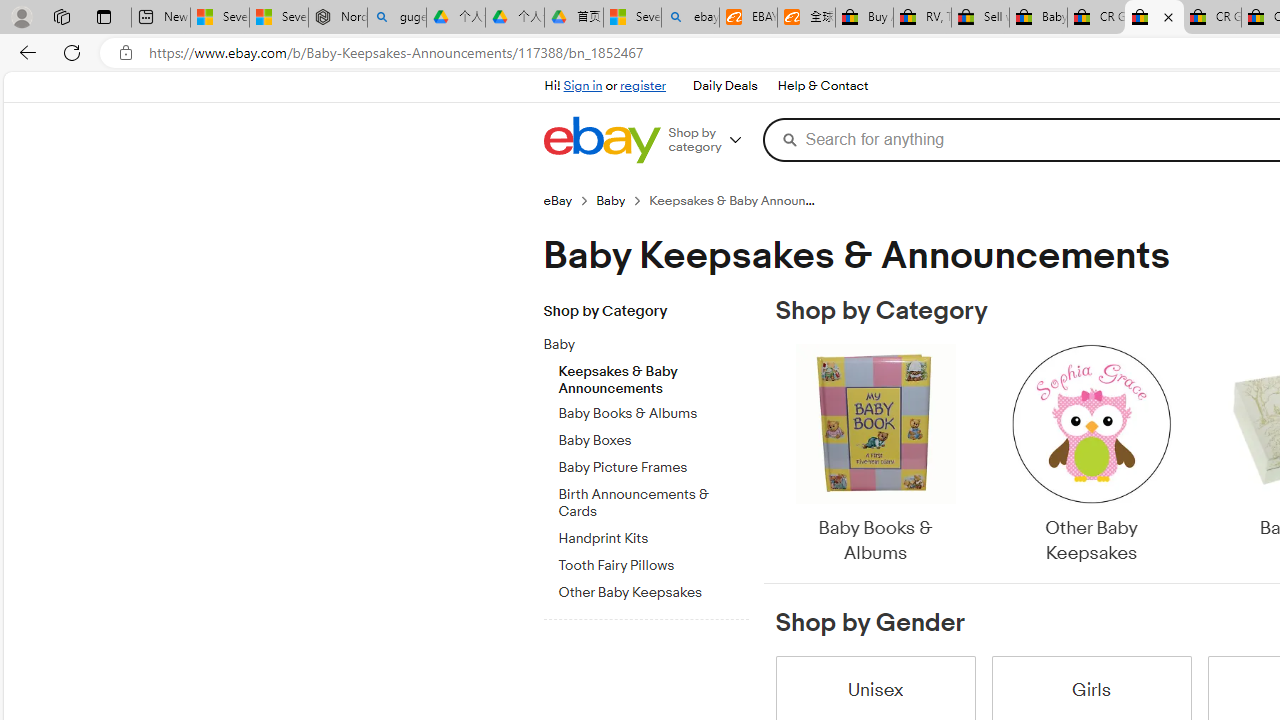 Image resolution: width=1280 pixels, height=720 pixels. Describe the element at coordinates (653, 499) in the screenshot. I see `'Birth Announcements & Cards'` at that location.